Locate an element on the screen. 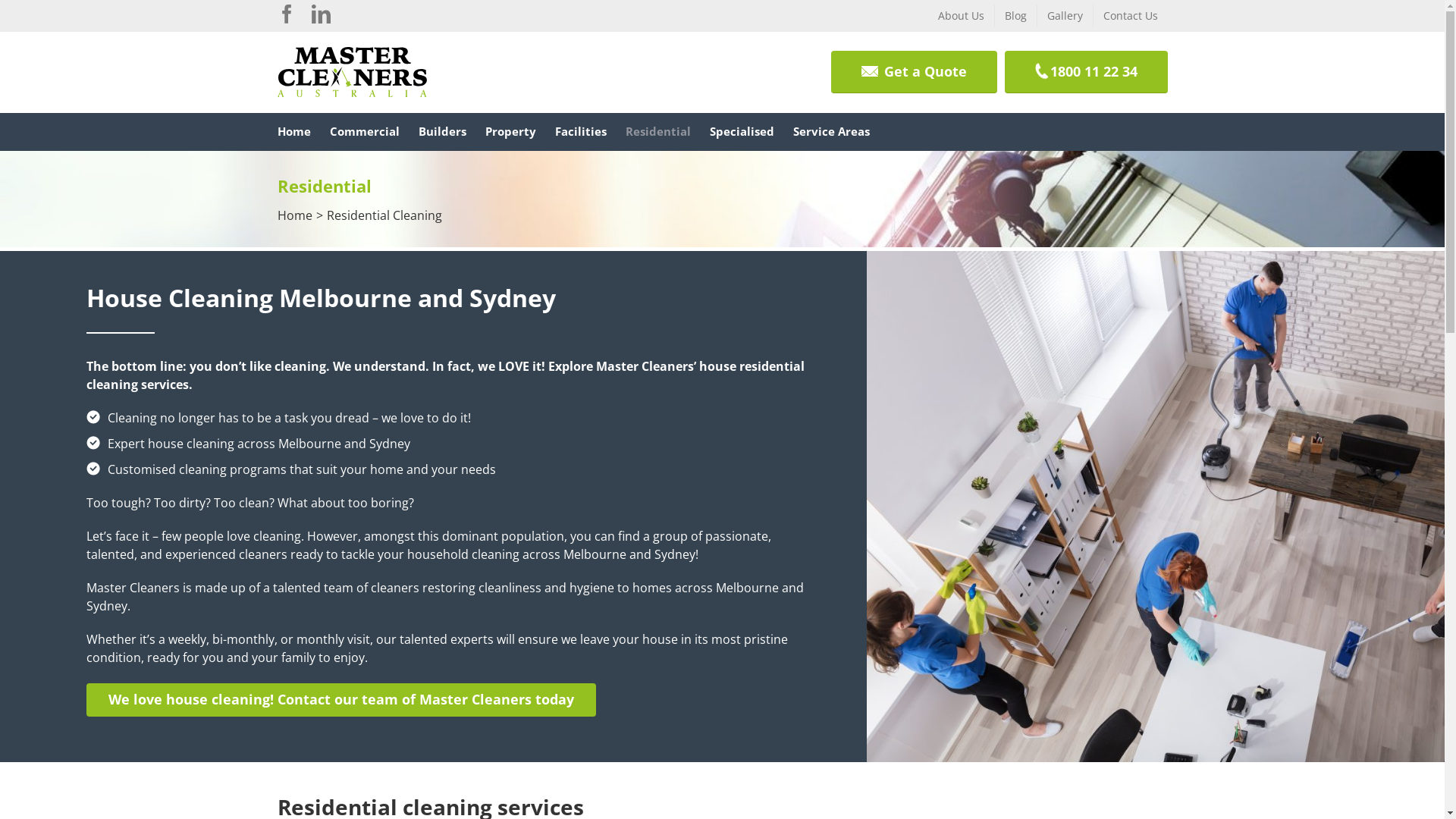 The width and height of the screenshot is (1456, 819). 'Linkedin' is located at coordinates (319, 14).